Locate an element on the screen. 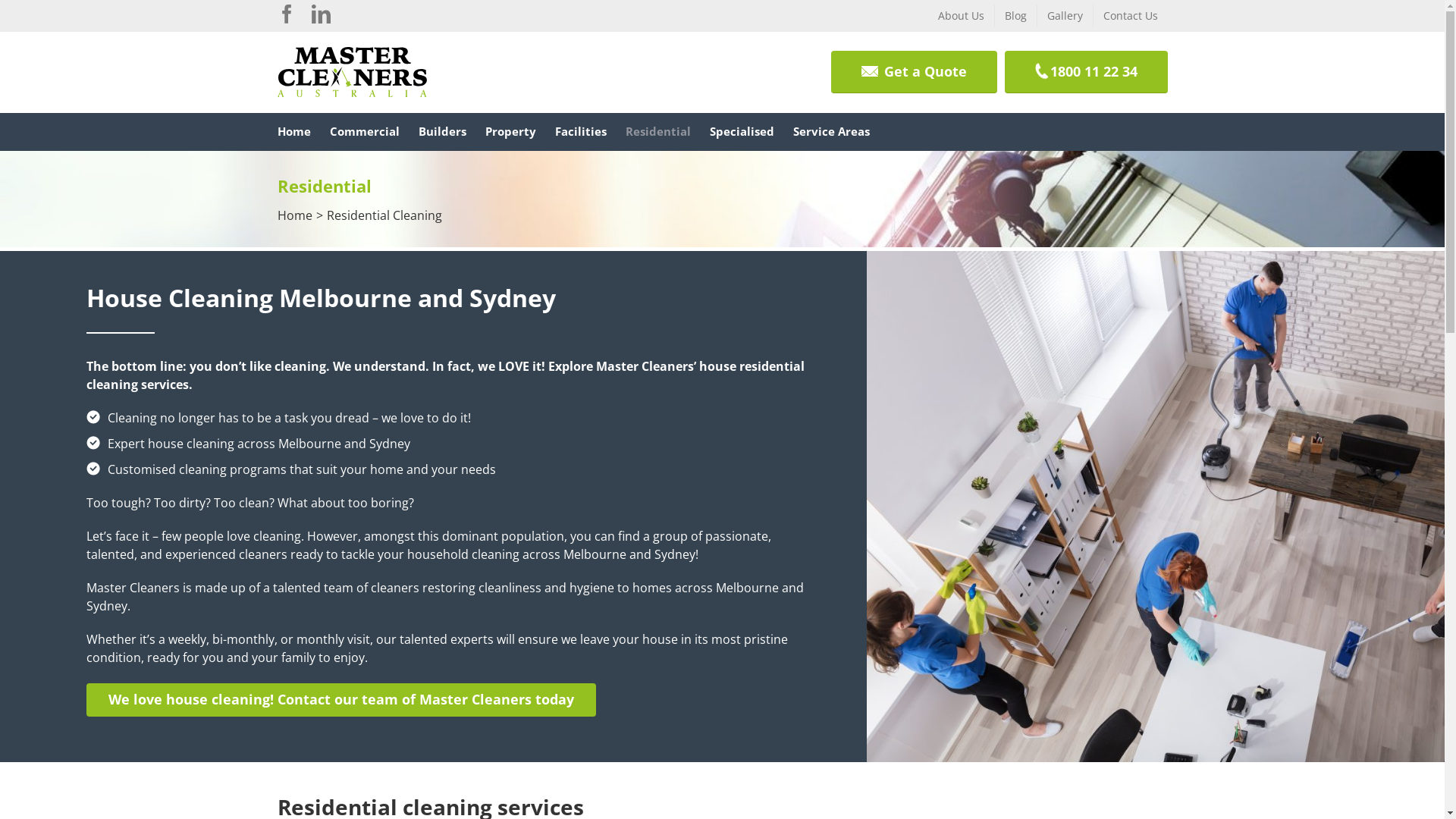 The width and height of the screenshot is (1456, 819). 'Linkedin' is located at coordinates (319, 14).